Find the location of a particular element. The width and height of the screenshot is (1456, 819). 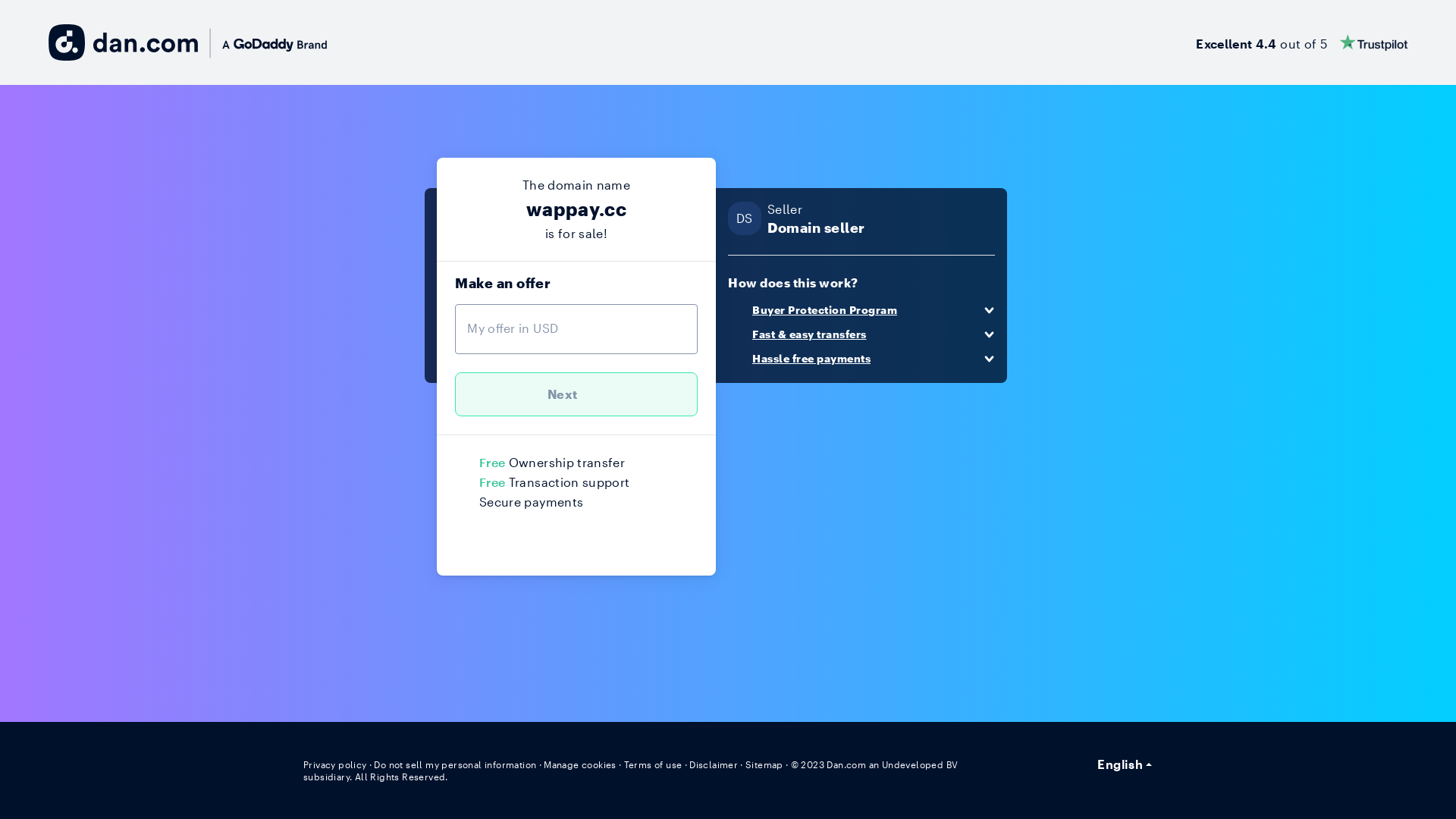

'English' is located at coordinates (1125, 763).